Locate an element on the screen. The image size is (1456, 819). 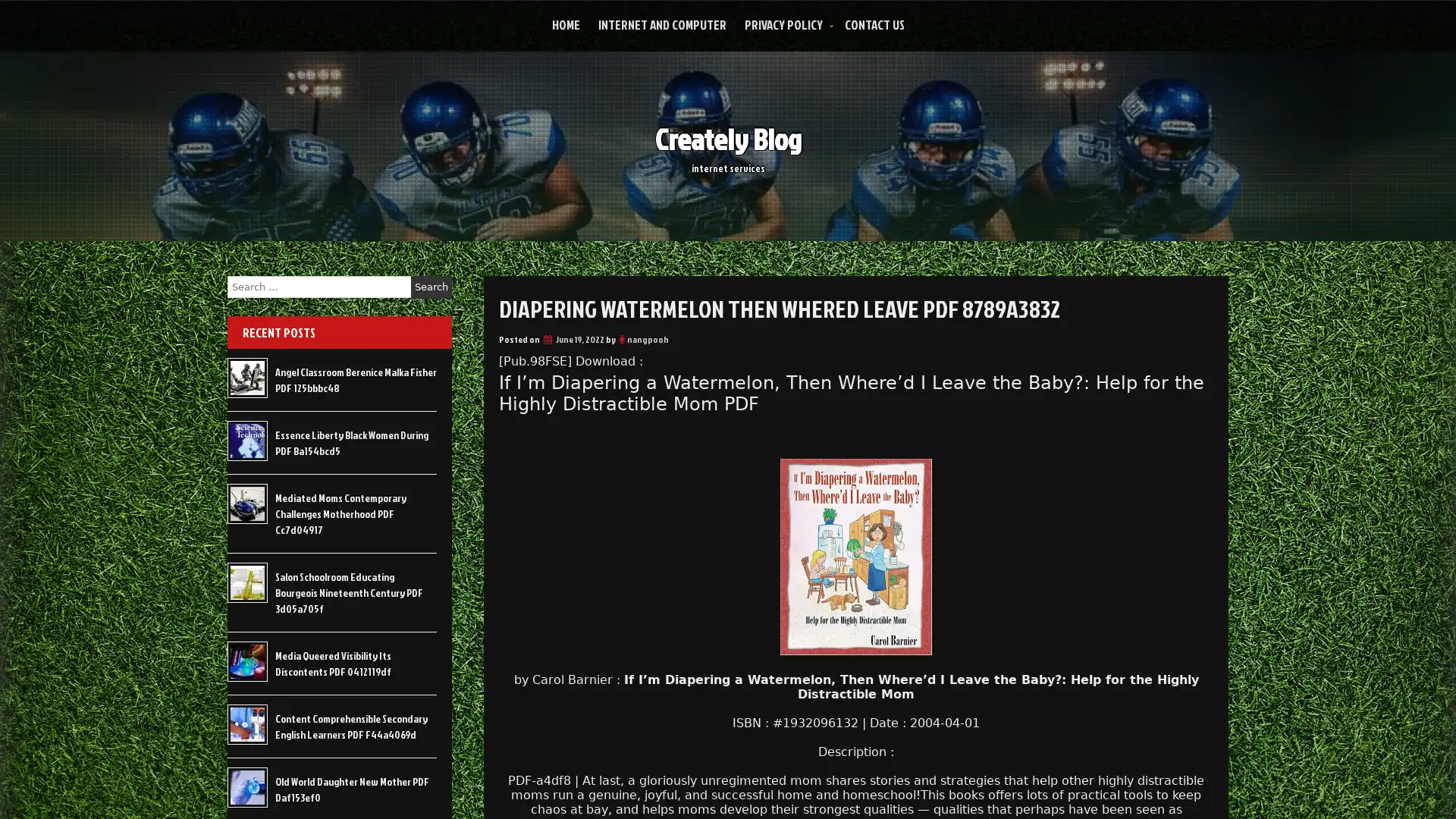
Search is located at coordinates (431, 287).